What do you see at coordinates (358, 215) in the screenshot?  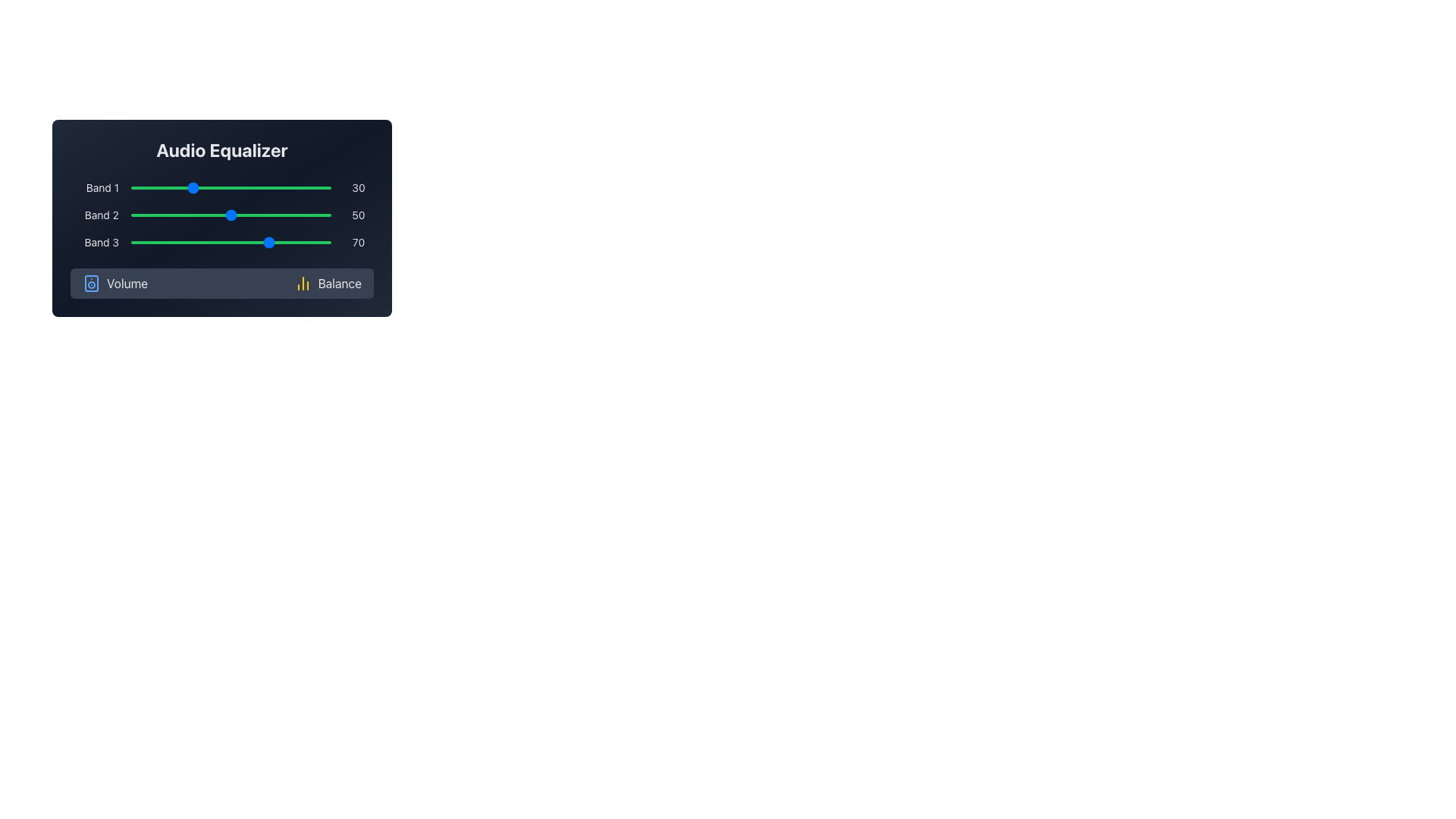 I see `numerical value displayed in the Label showing '50', which is located to the right of the 'Band 2' slider in the 'Audio Equalizer' section` at bounding box center [358, 215].